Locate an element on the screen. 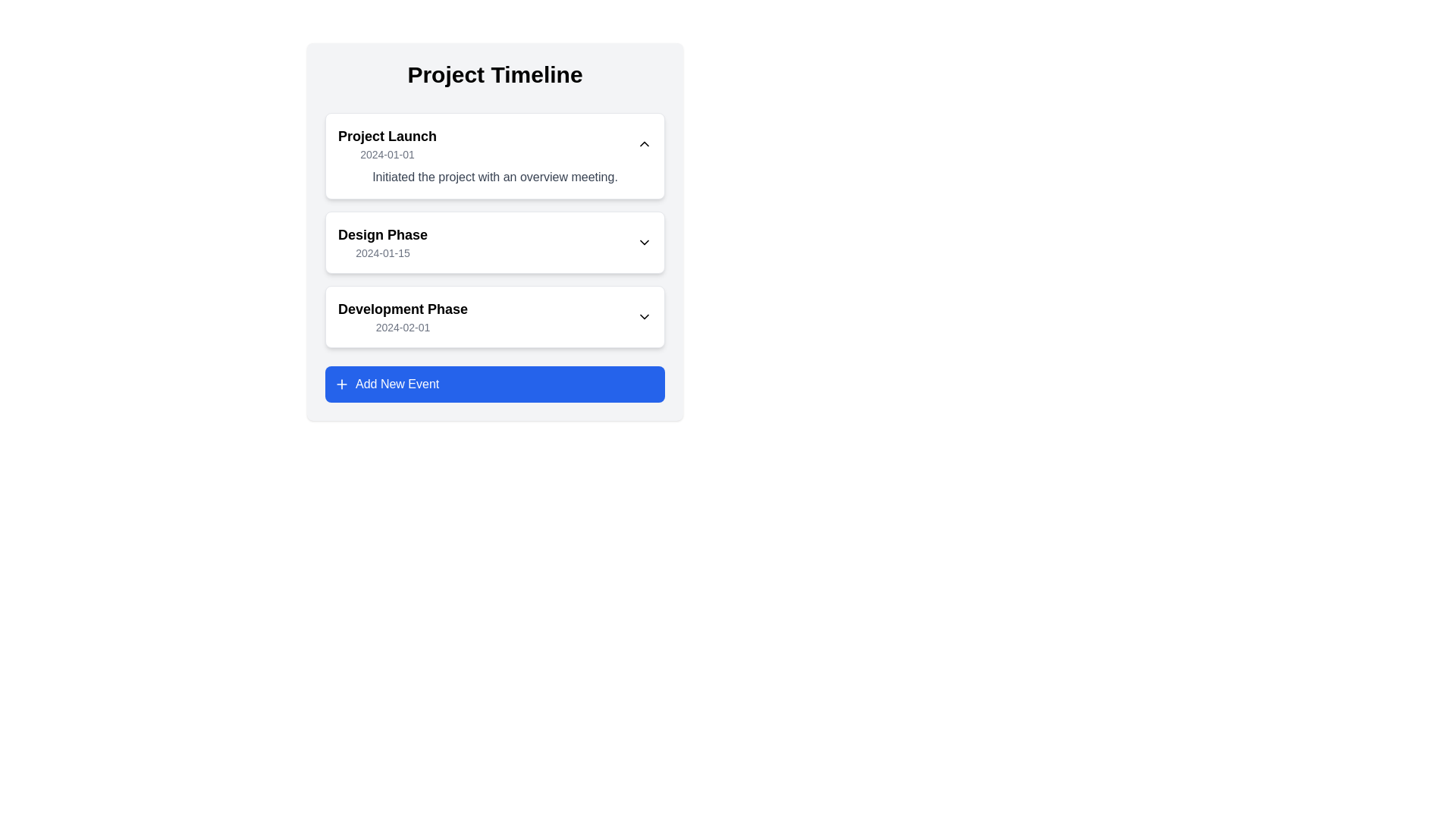 This screenshot has height=819, width=1456. the Chevron icon in the dropdown toggle button is located at coordinates (644, 315).